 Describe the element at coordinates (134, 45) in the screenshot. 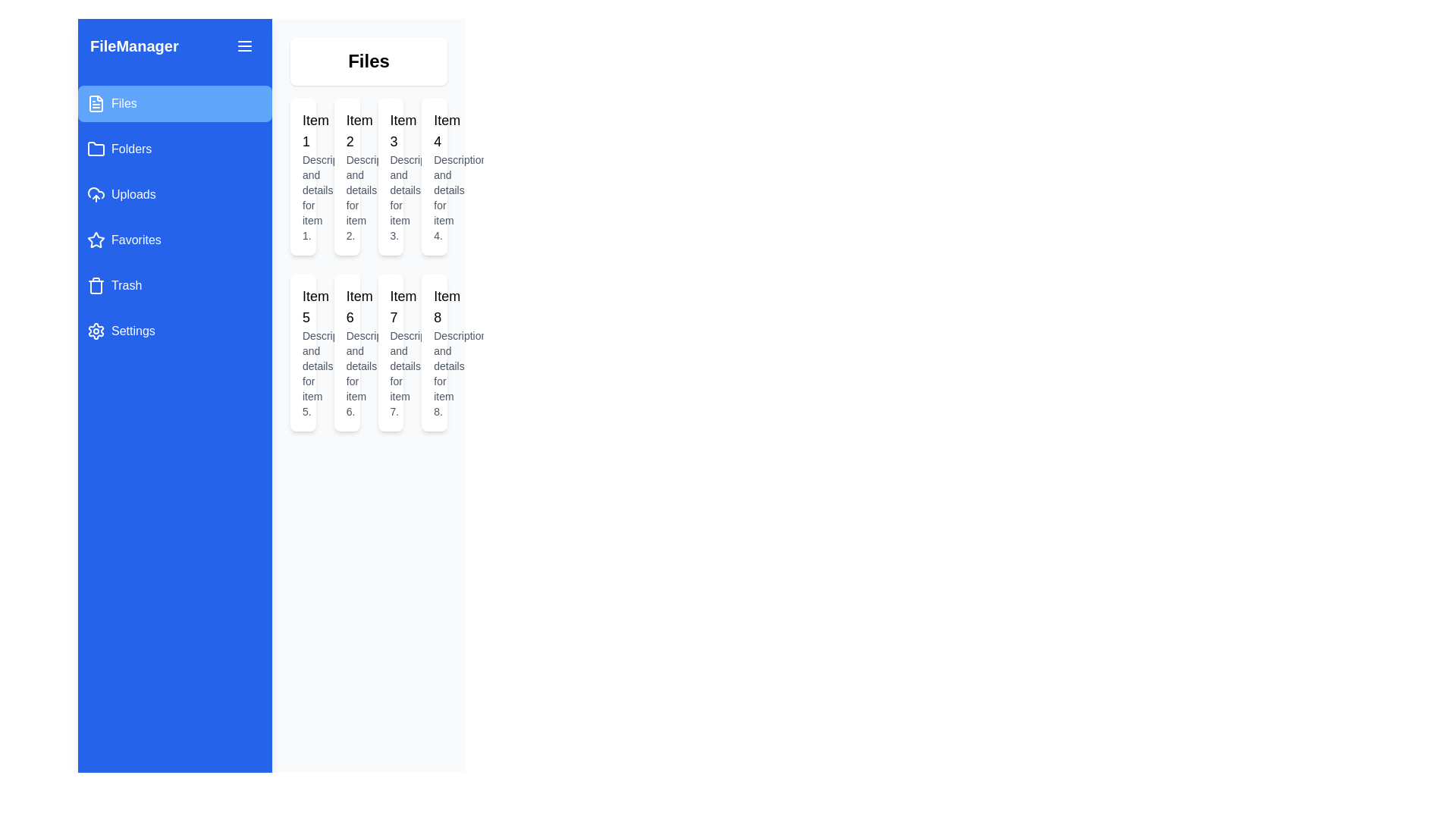

I see `the static text label or heading that displays the title or branding of the application, located in the top-left corner of the interface within the left navigation pane` at that location.